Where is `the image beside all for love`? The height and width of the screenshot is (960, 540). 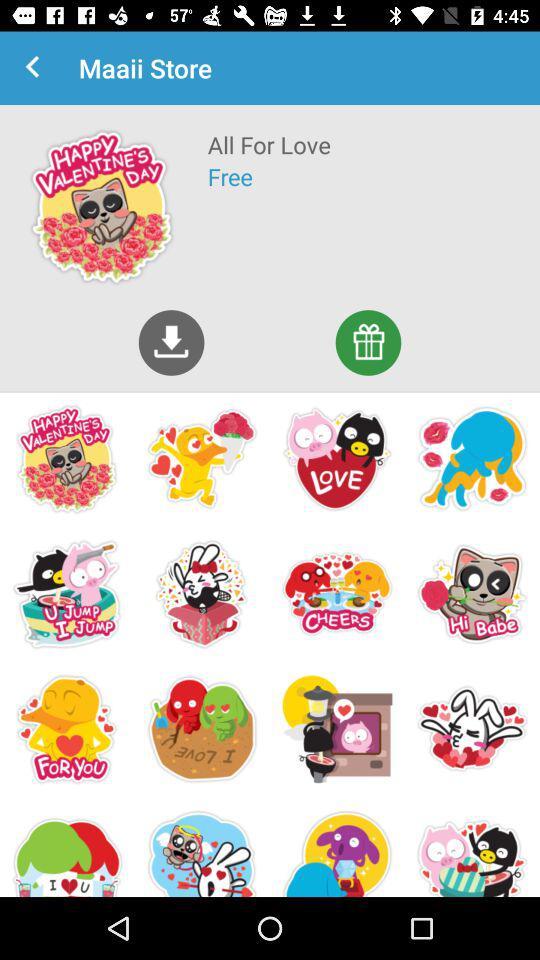 the image beside all for love is located at coordinates (102, 207).